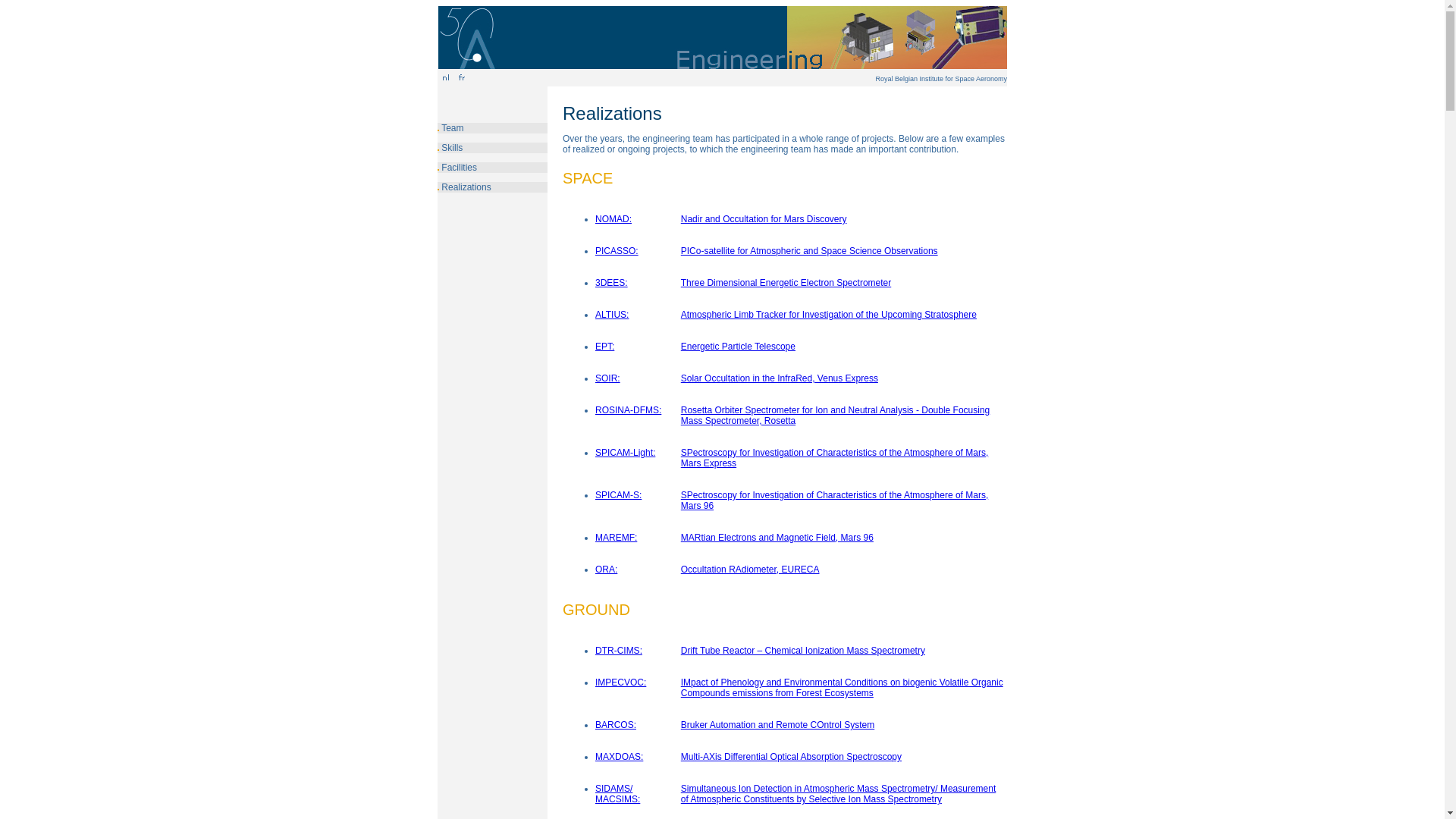 The width and height of the screenshot is (1456, 819). Describe the element at coordinates (607, 377) in the screenshot. I see `'SOIR:'` at that location.